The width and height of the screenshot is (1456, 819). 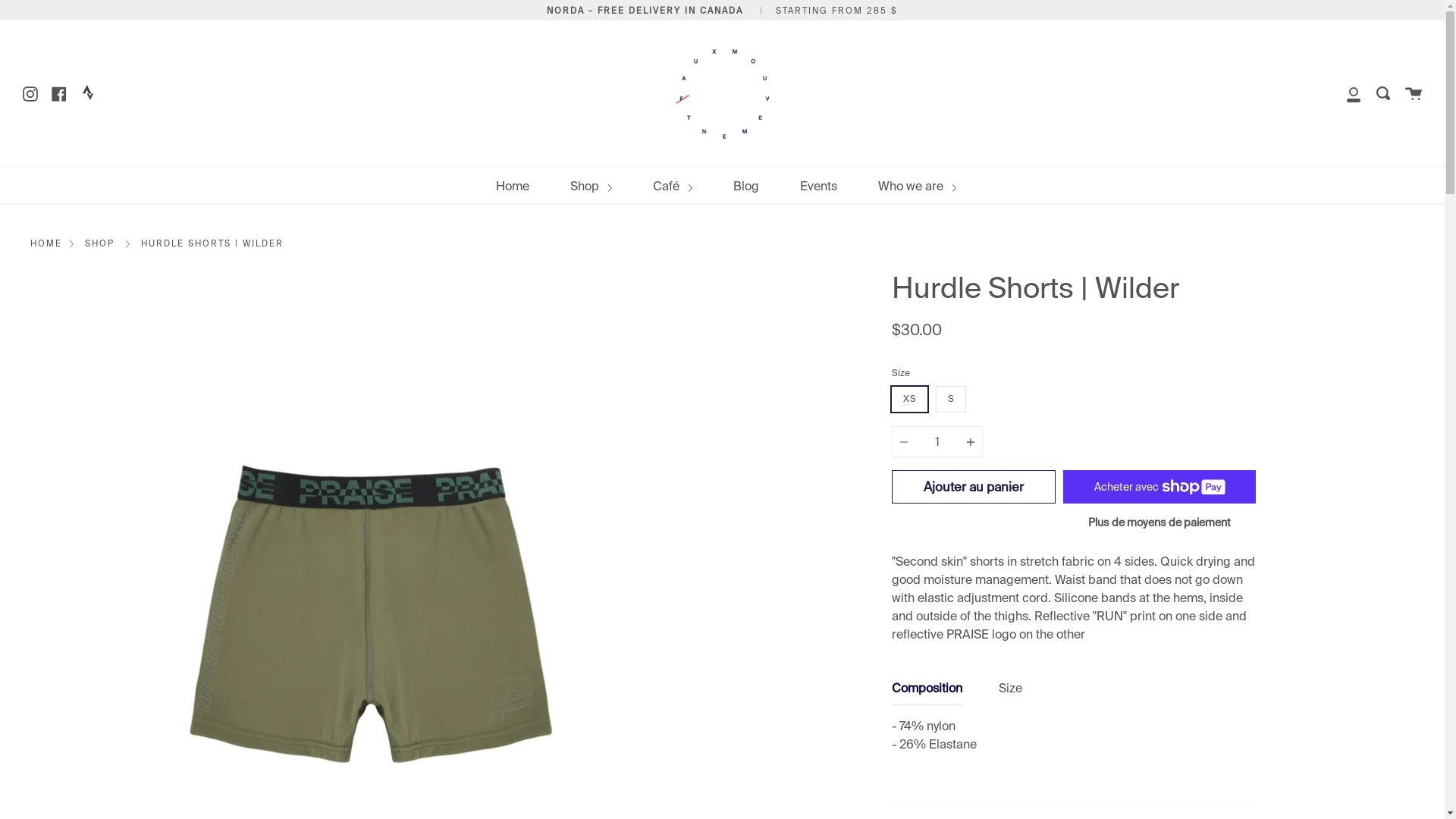 What do you see at coordinates (720, 11) in the screenshot?
I see `'NORDA - FREE DELIVERY IN CANADA | STARTING FROM 285 $'` at bounding box center [720, 11].